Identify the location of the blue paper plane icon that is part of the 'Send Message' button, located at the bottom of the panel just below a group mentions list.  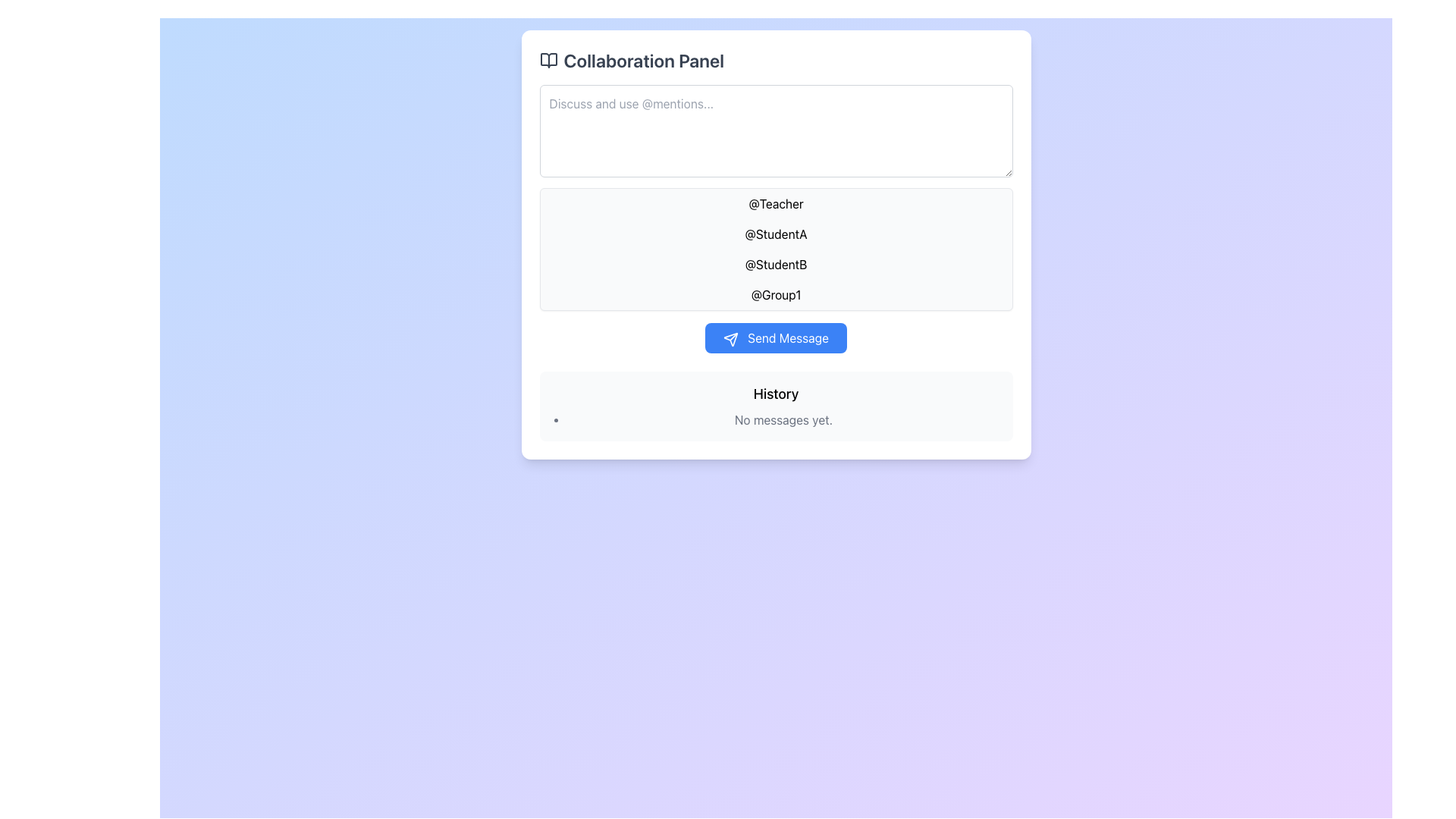
(731, 338).